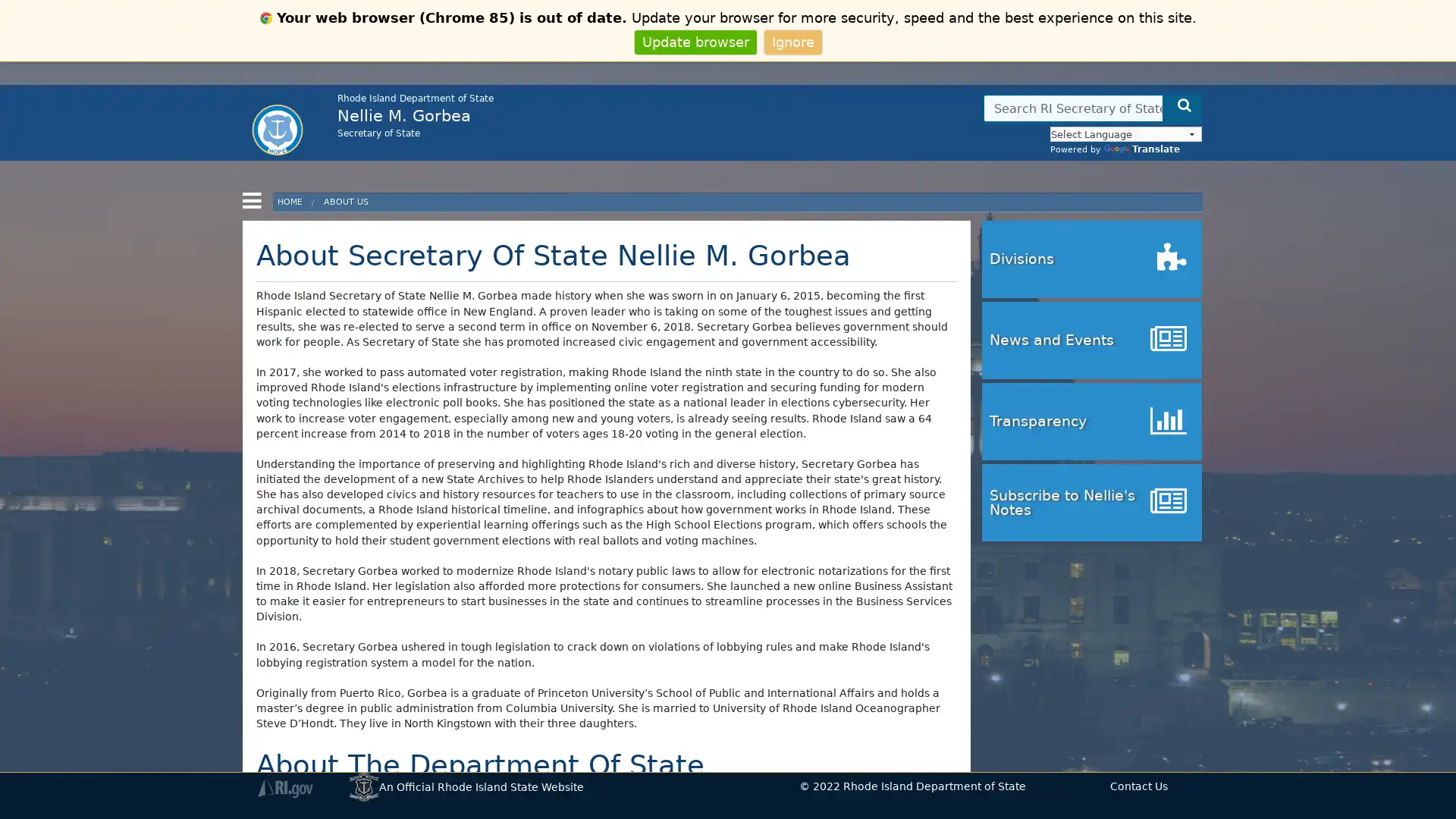  I want to click on Ignore, so click(792, 41).